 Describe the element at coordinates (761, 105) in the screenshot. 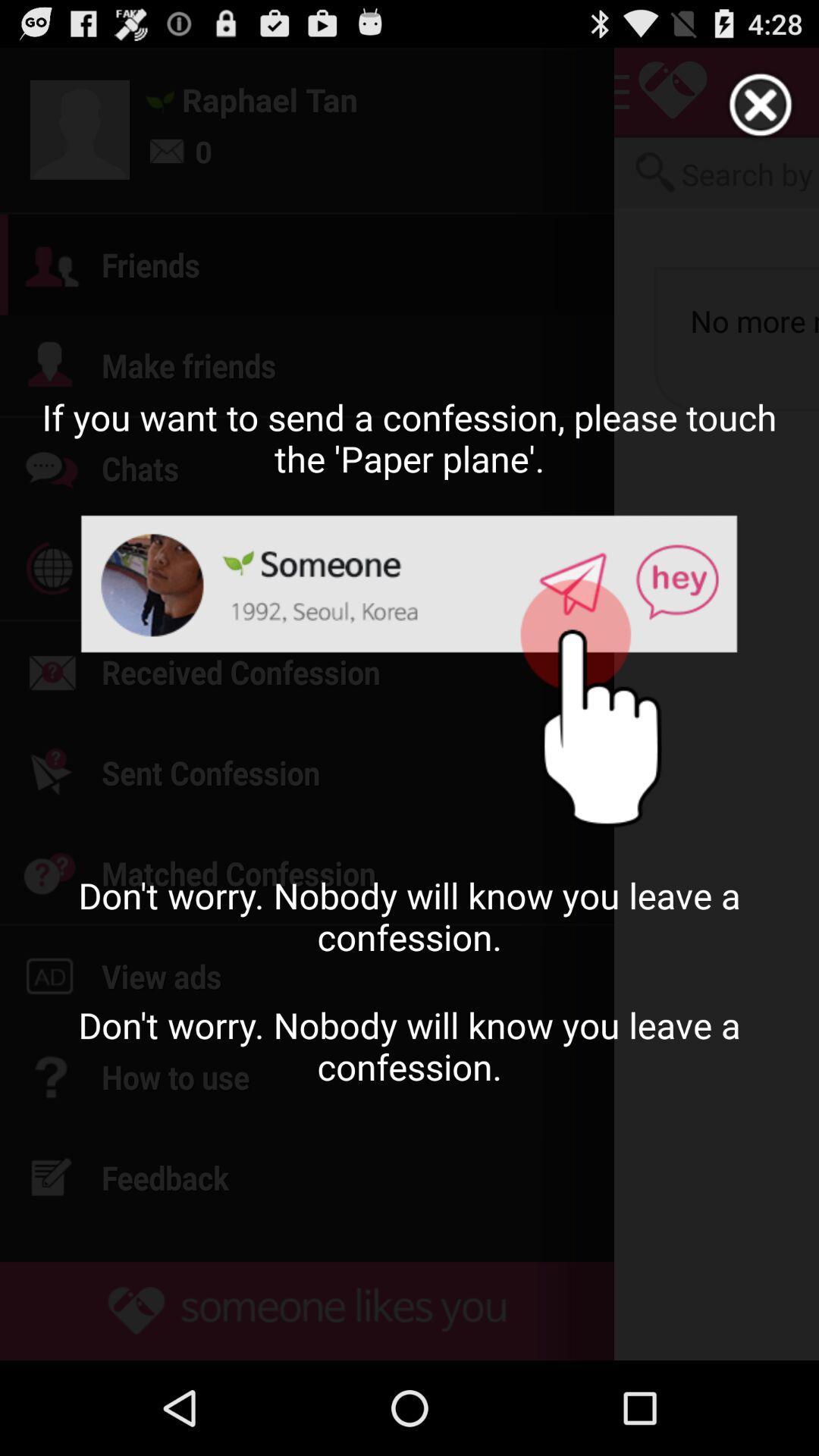

I see `out` at that location.